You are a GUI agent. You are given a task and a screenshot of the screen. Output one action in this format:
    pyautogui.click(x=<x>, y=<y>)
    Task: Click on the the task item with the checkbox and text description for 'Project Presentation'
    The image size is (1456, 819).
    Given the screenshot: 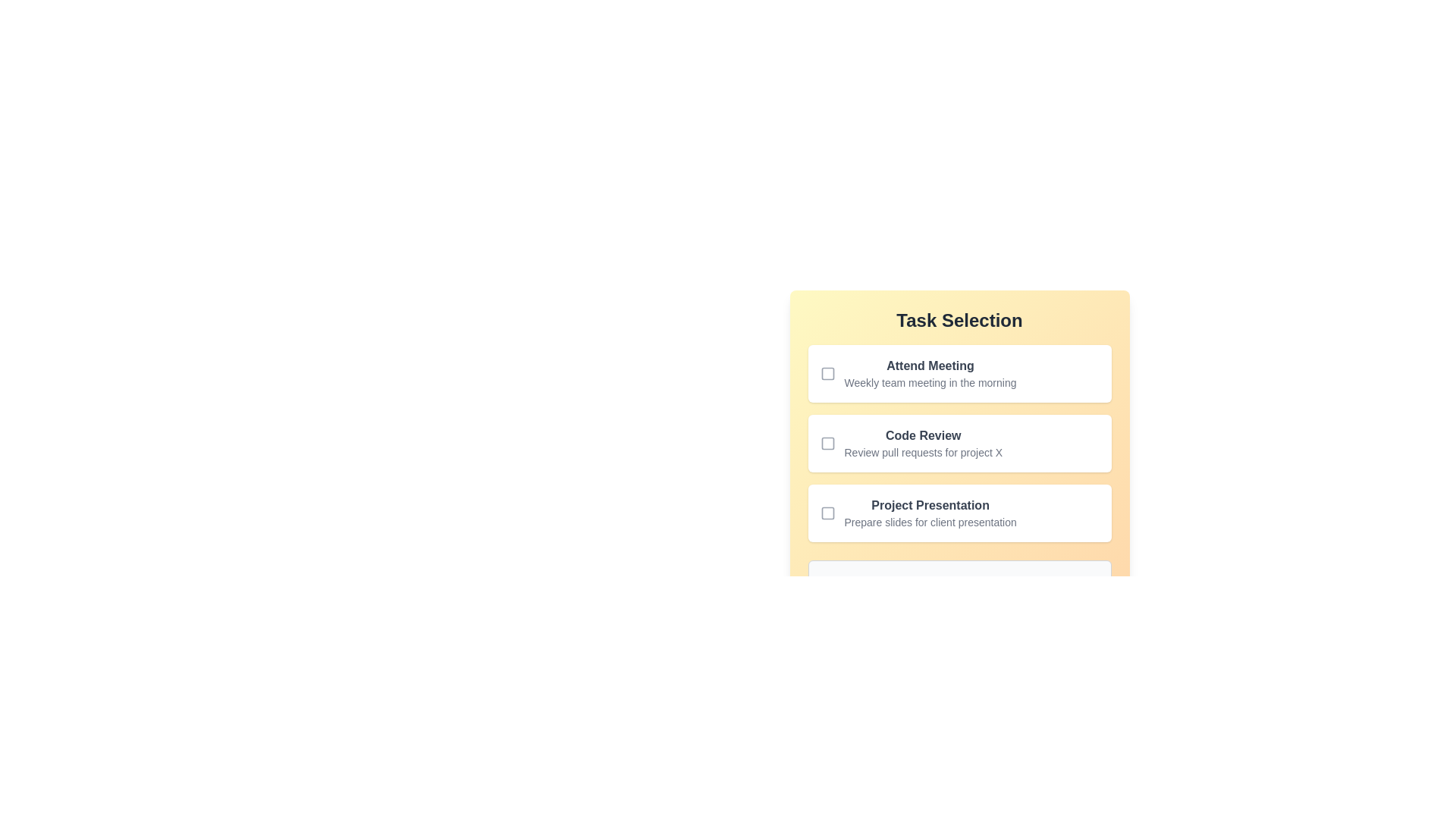 What is the action you would take?
    pyautogui.click(x=959, y=513)
    